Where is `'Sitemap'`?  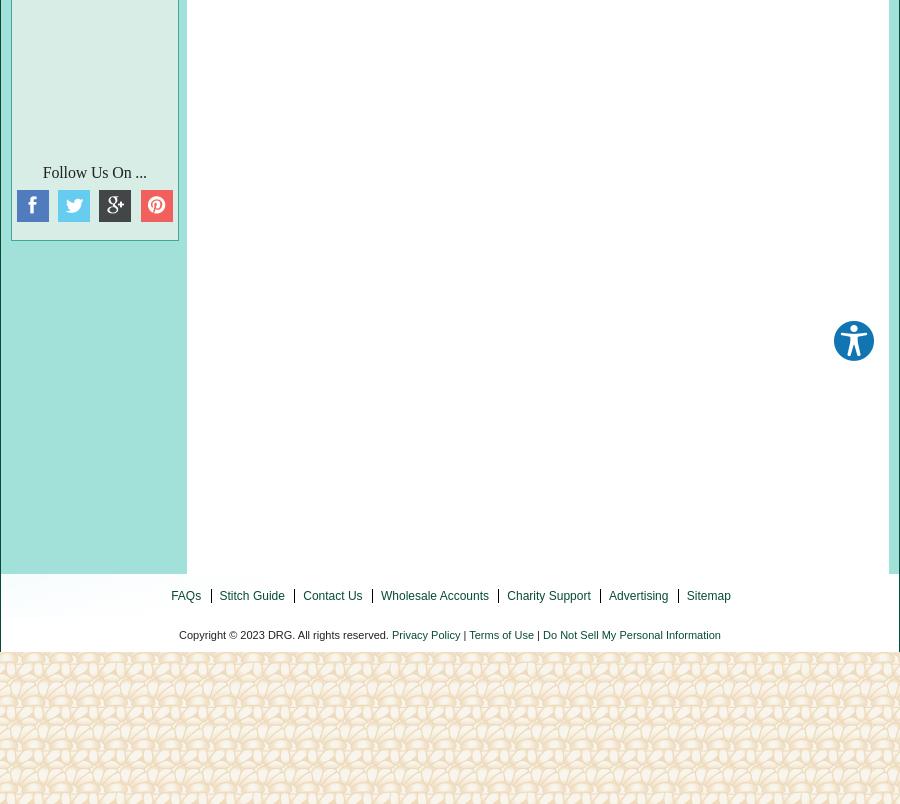 'Sitemap' is located at coordinates (707, 593).